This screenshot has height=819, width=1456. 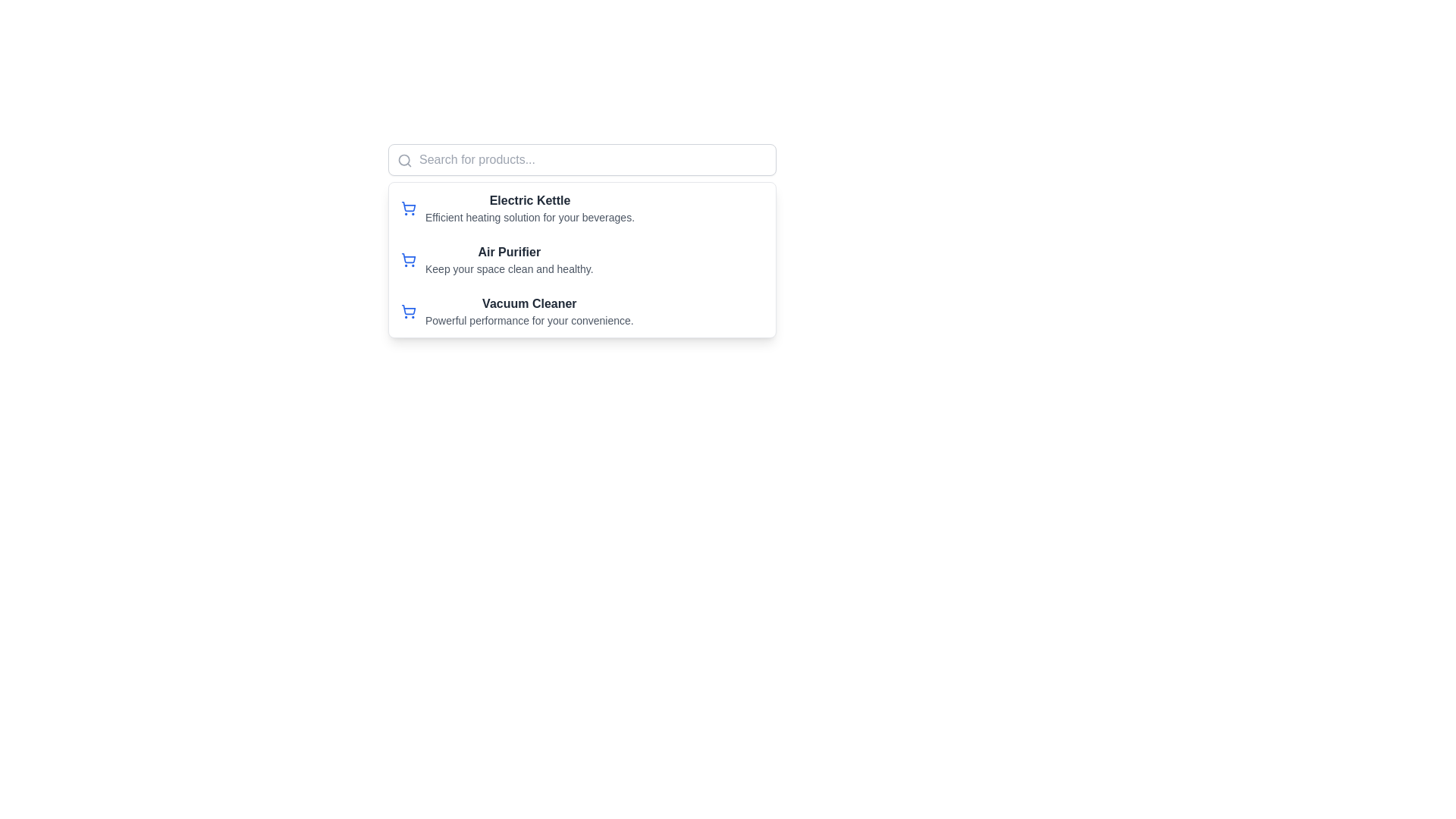 I want to click on the blue shopping cart icon located at the top-left of the 'Electric Kettle' product entry, so click(x=408, y=208).